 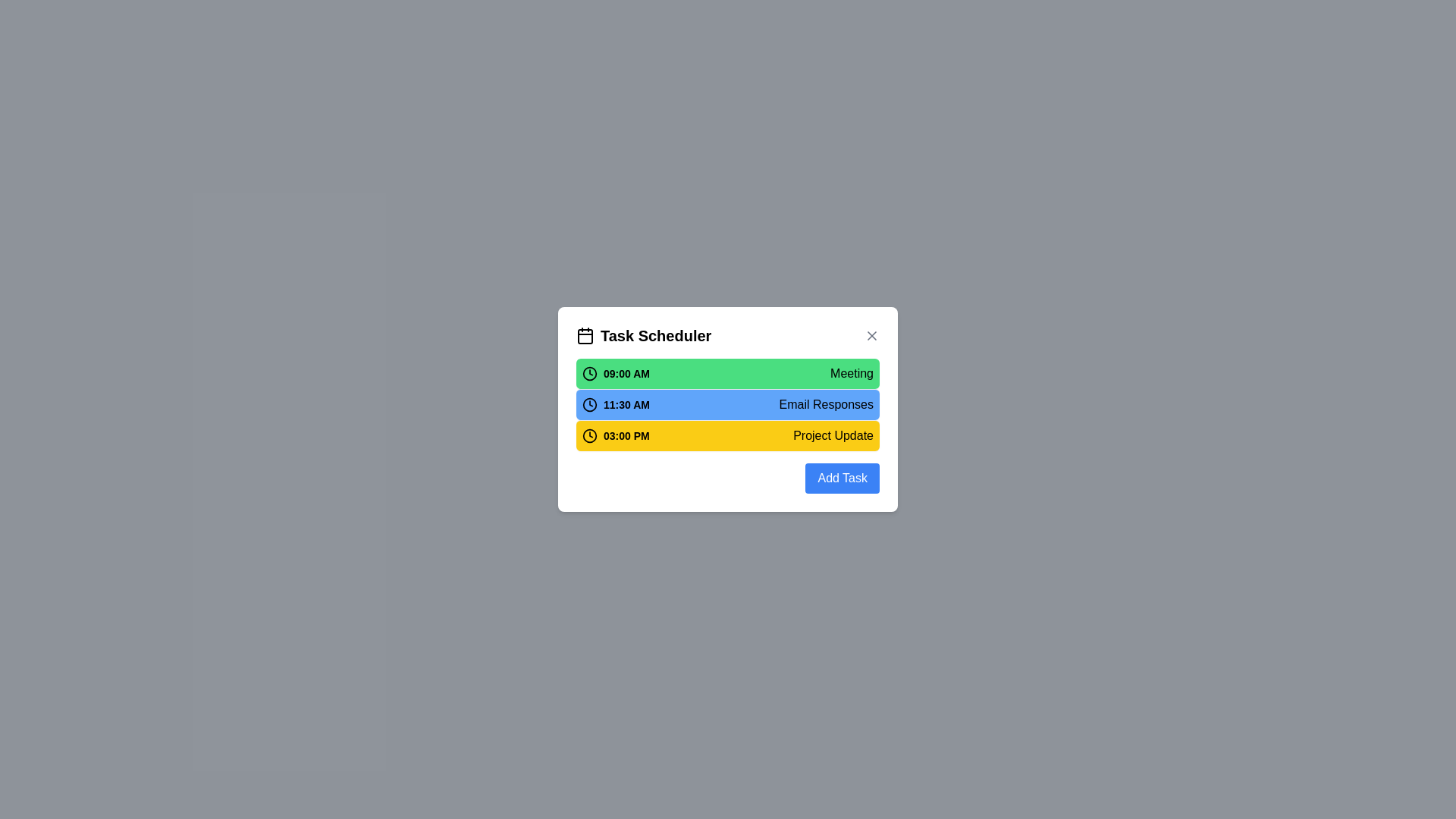 What do you see at coordinates (841, 479) in the screenshot?
I see `the 'Add Task' button` at bounding box center [841, 479].